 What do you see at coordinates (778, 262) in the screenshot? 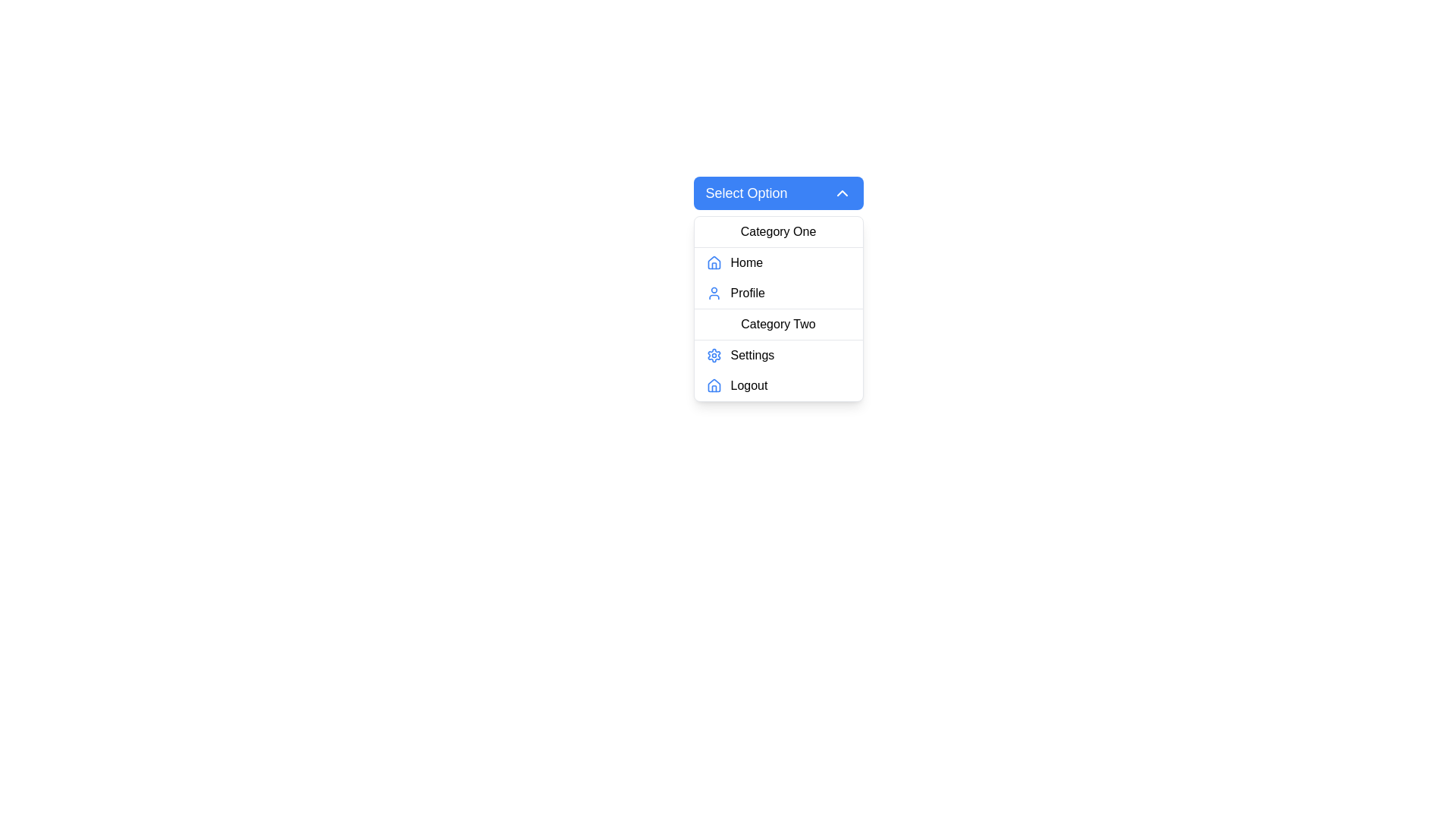
I see `the 'Home' navigation option in the dropdown menu, which is positioned below 'Category One' and above 'Profile'` at bounding box center [778, 262].